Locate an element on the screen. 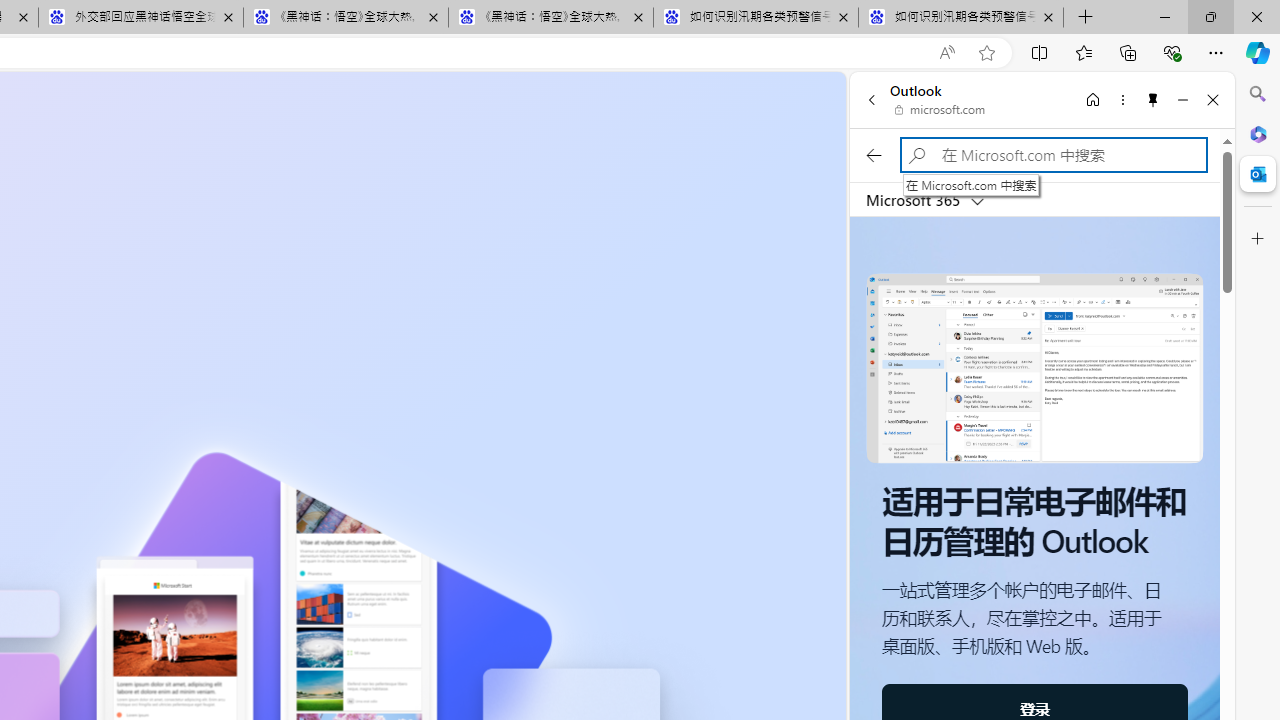 The width and height of the screenshot is (1280, 720). 'microsoft.com' is located at coordinates (939, 110).